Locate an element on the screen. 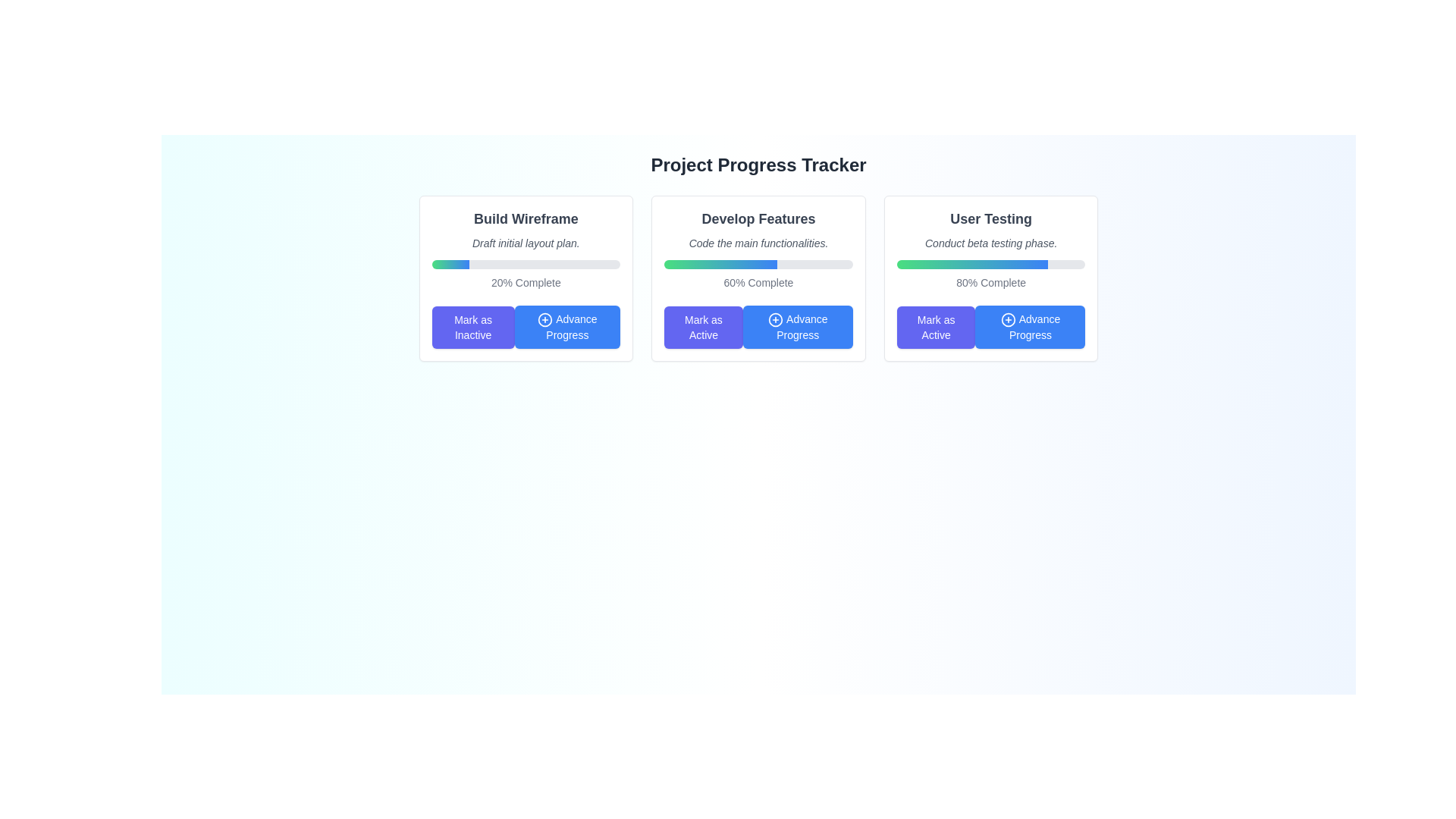 The width and height of the screenshot is (1456, 819). the progress tracker card for the task 'Develop Features', which includes a text display, a progress bar, and interactive buttons, located centrally in a three-column layout is located at coordinates (758, 278).